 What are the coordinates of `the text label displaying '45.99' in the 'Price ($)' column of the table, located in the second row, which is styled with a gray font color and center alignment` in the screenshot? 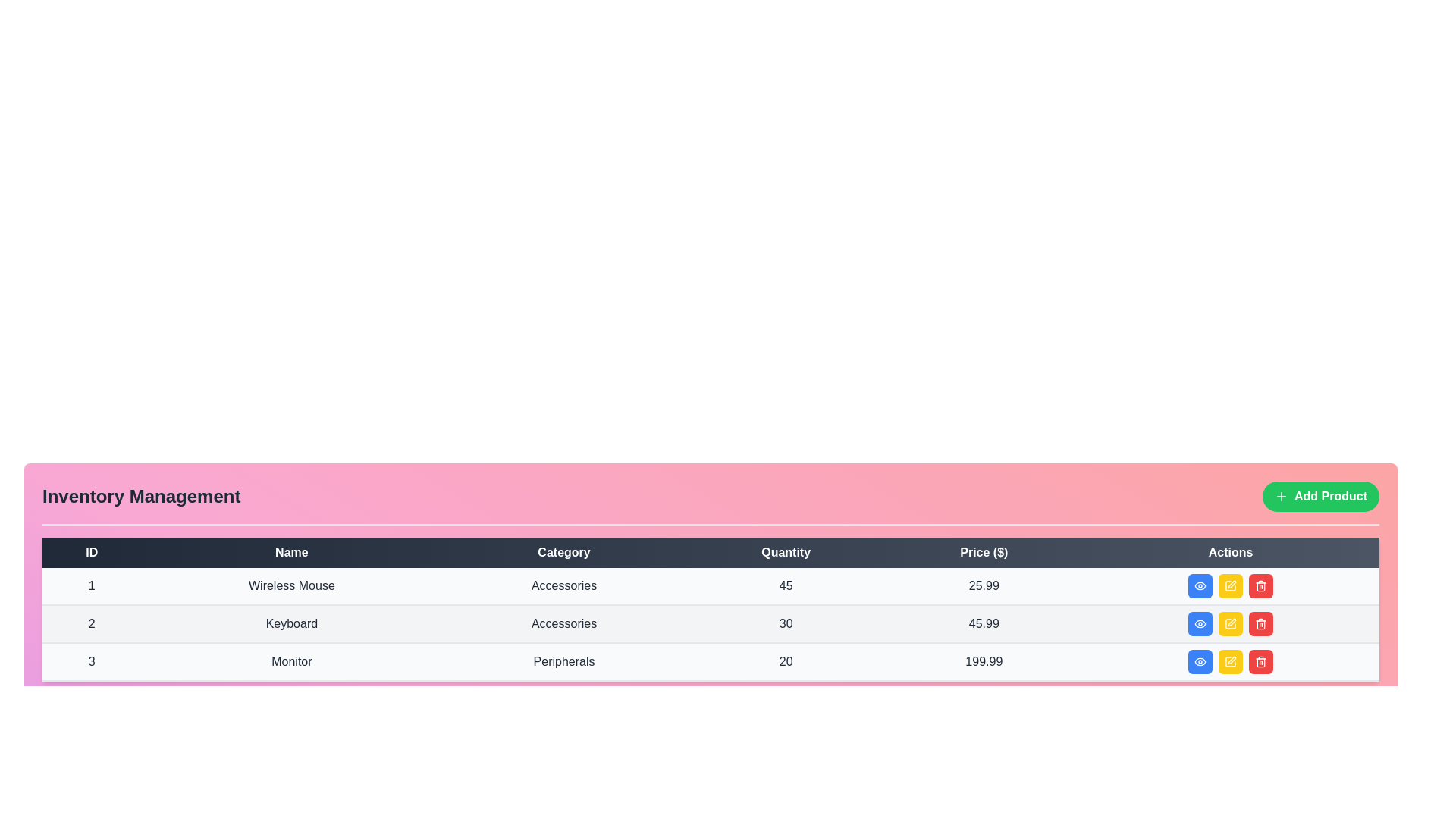 It's located at (984, 623).